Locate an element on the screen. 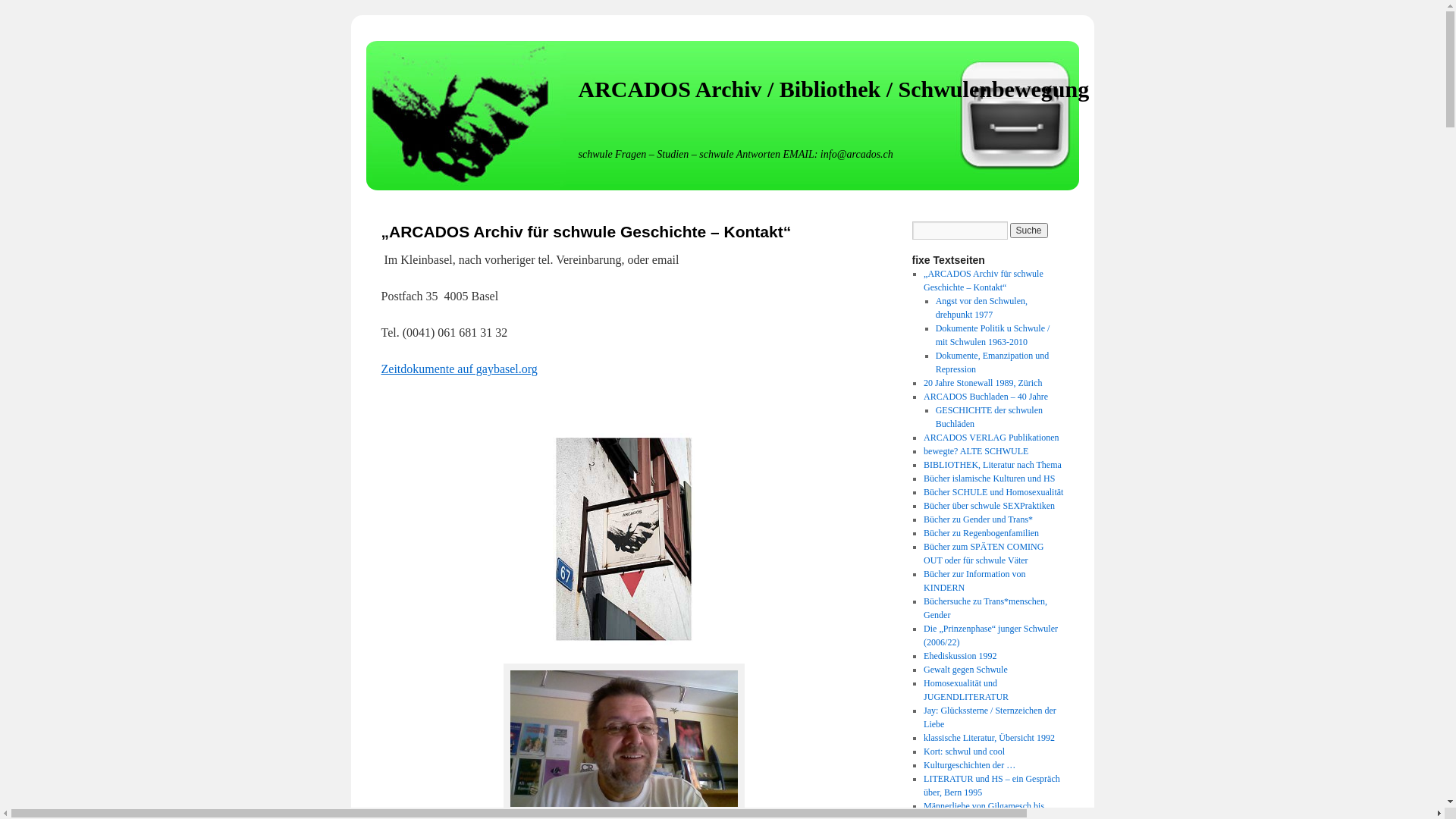 This screenshot has height=819, width=1456. 'Angst vor den Schwulen, drehpunkt 1977' is located at coordinates (981, 307).